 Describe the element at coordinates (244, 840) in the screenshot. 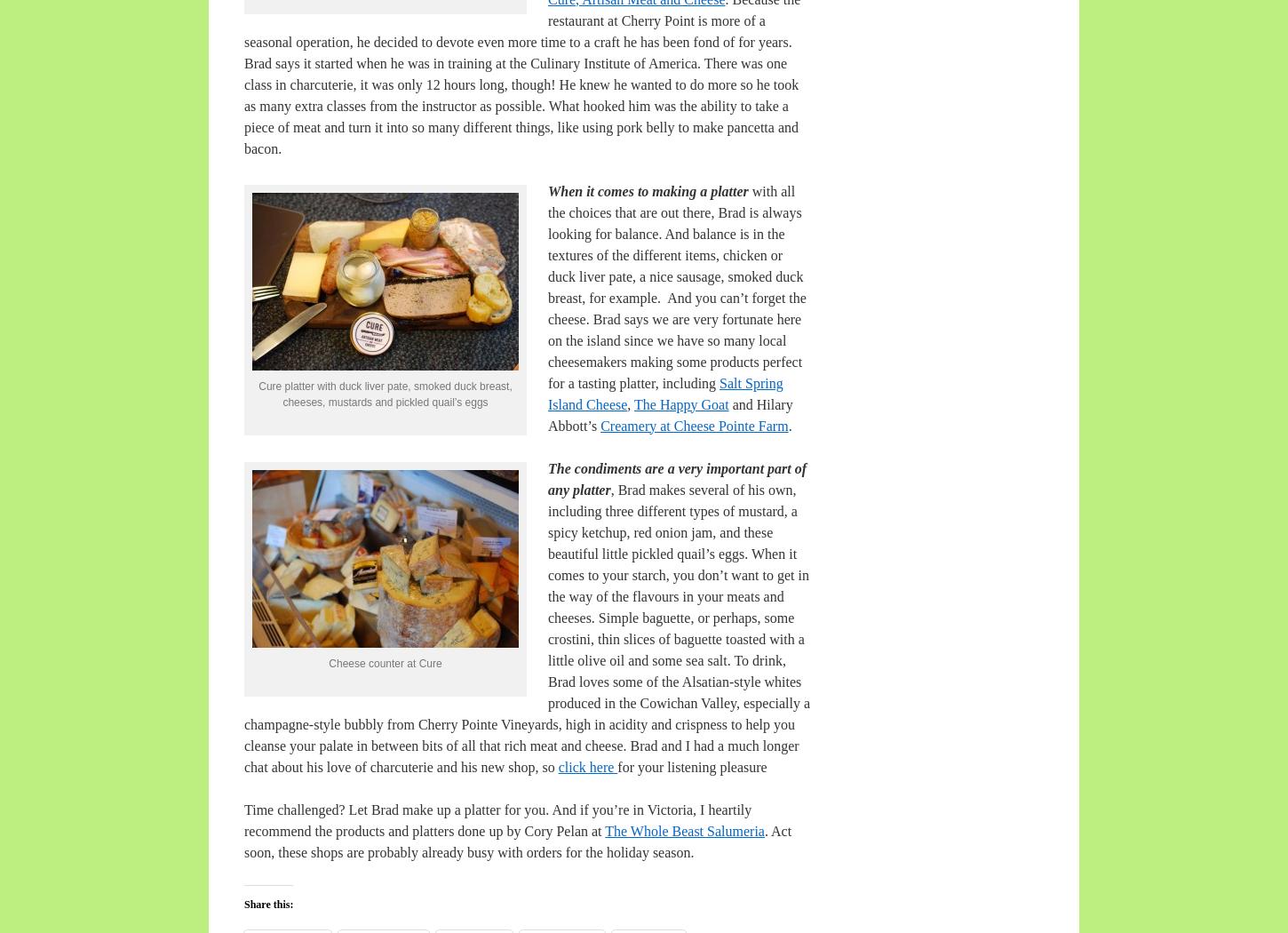

I see `'. Act soon, these shops are probably already busy with orders for the holiday season.'` at that location.